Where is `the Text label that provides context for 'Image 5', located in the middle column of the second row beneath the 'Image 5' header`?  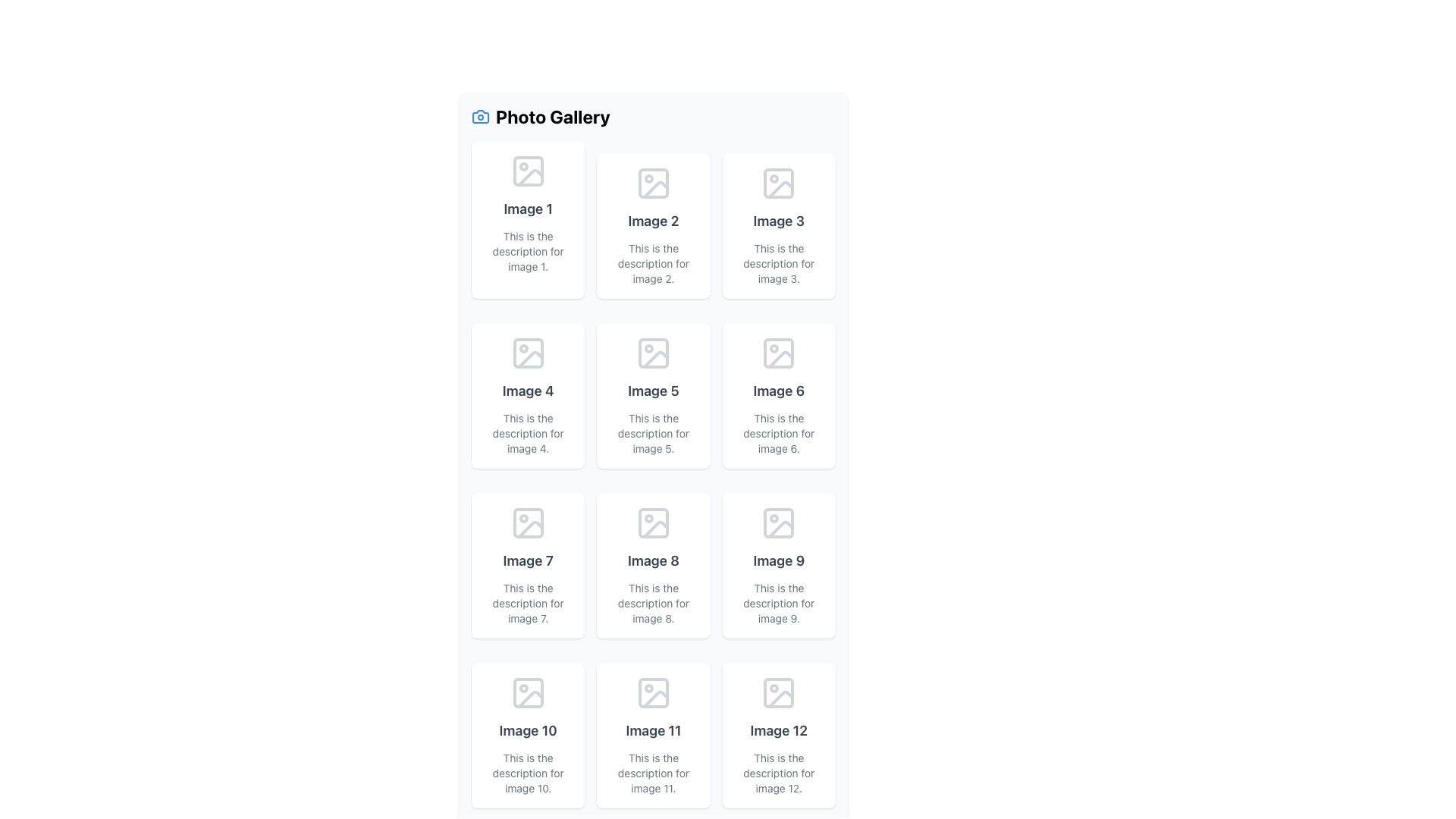 the Text label that provides context for 'Image 5', located in the middle column of the second row beneath the 'Image 5' header is located at coordinates (654, 433).